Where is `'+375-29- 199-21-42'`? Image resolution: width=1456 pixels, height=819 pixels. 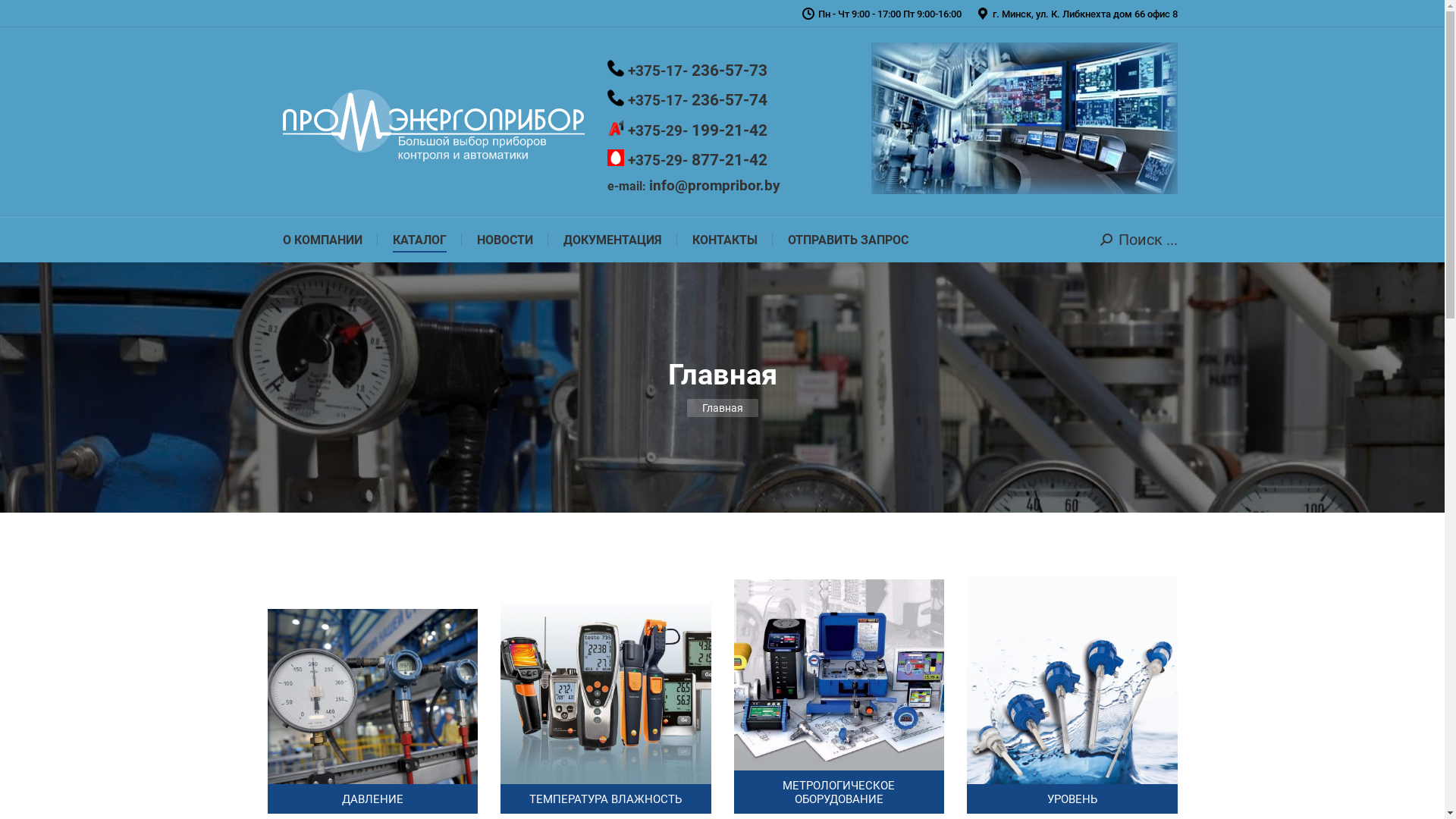 '+375-29- 199-21-42' is located at coordinates (686, 130).